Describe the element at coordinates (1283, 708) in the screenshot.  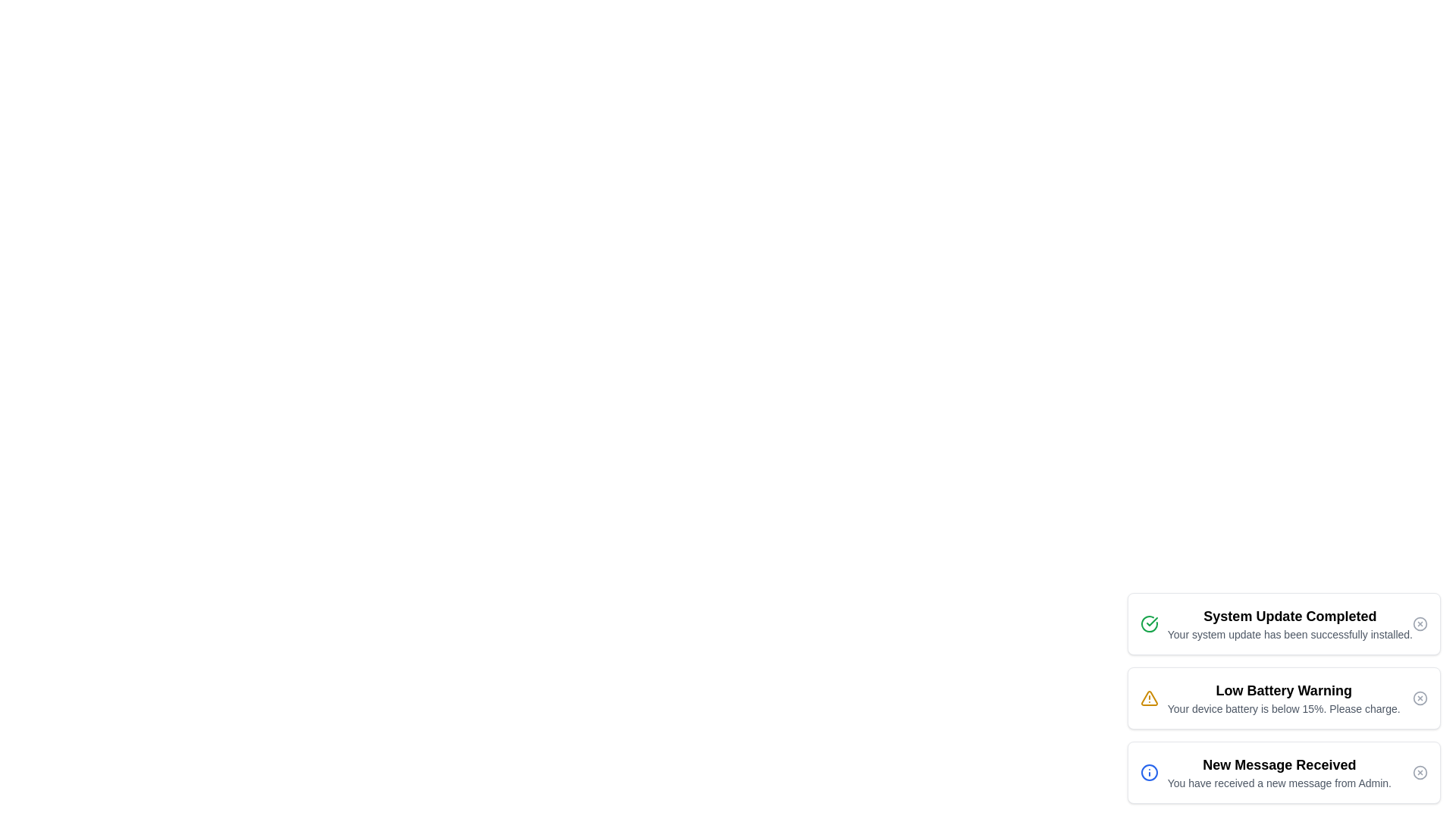
I see `the text element that displays the low battery warning, located between the title 'Low Battery Warning' and the notifications 'System Update Completed' and 'New Message Received'` at that location.